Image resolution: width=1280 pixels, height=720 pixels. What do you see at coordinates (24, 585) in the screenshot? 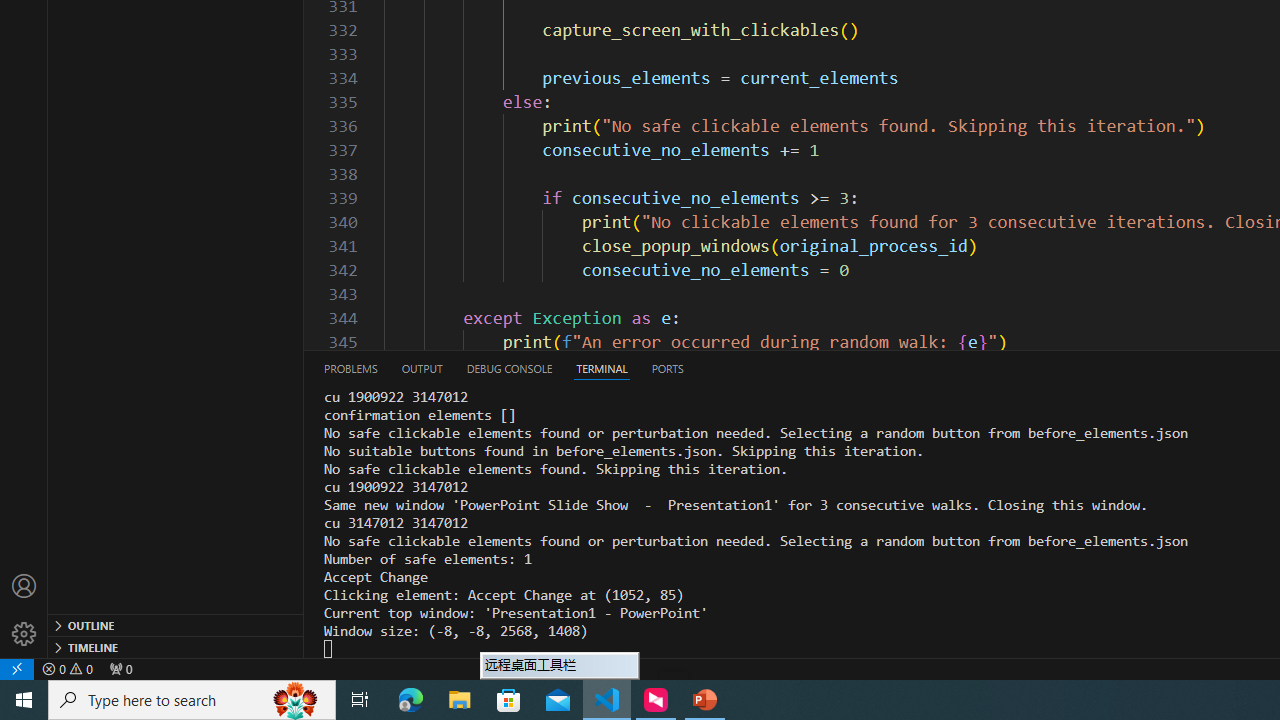
I see `'Accounts'` at bounding box center [24, 585].